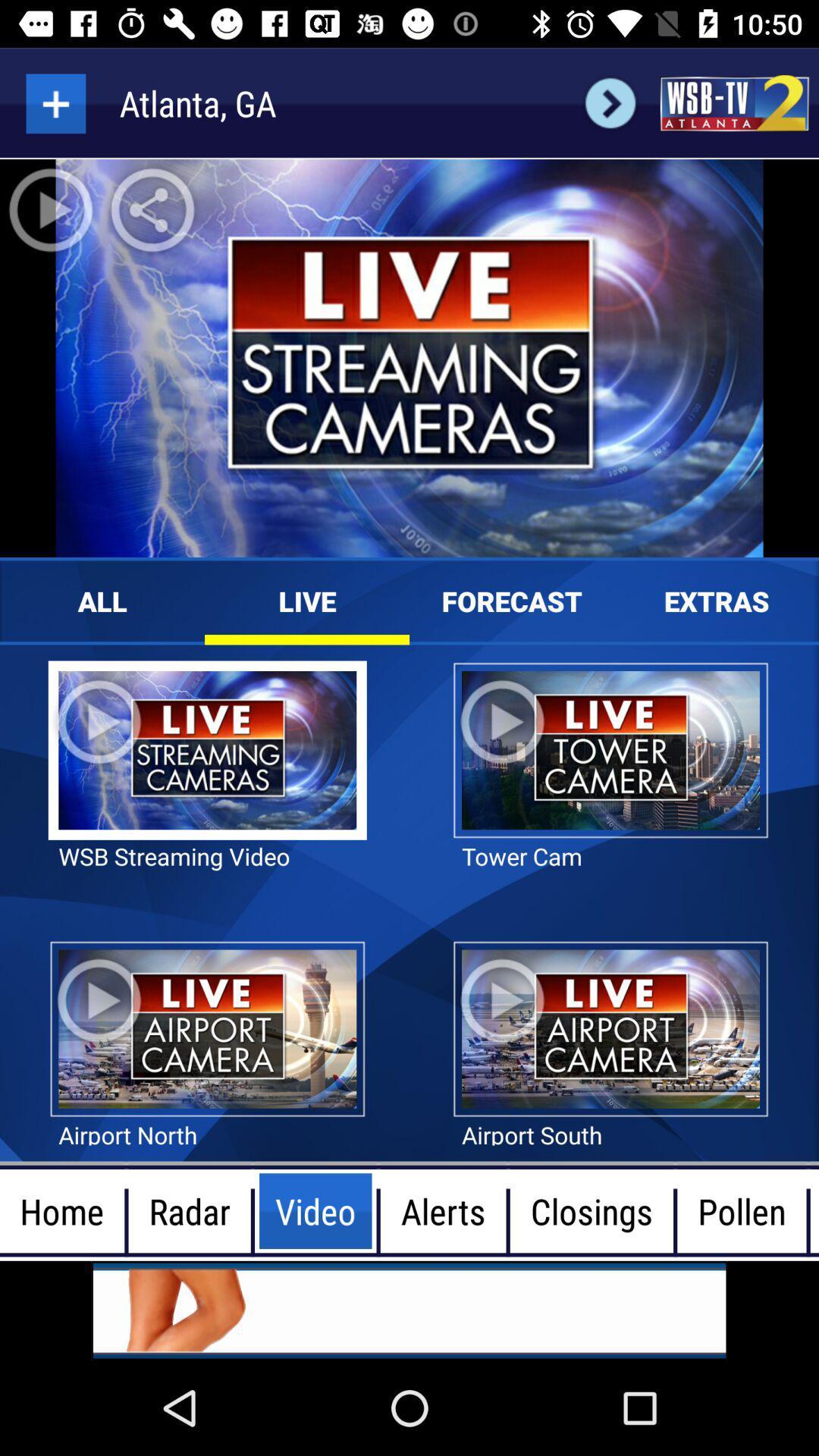 This screenshot has height=1456, width=819. I want to click on the add icon, so click(55, 102).